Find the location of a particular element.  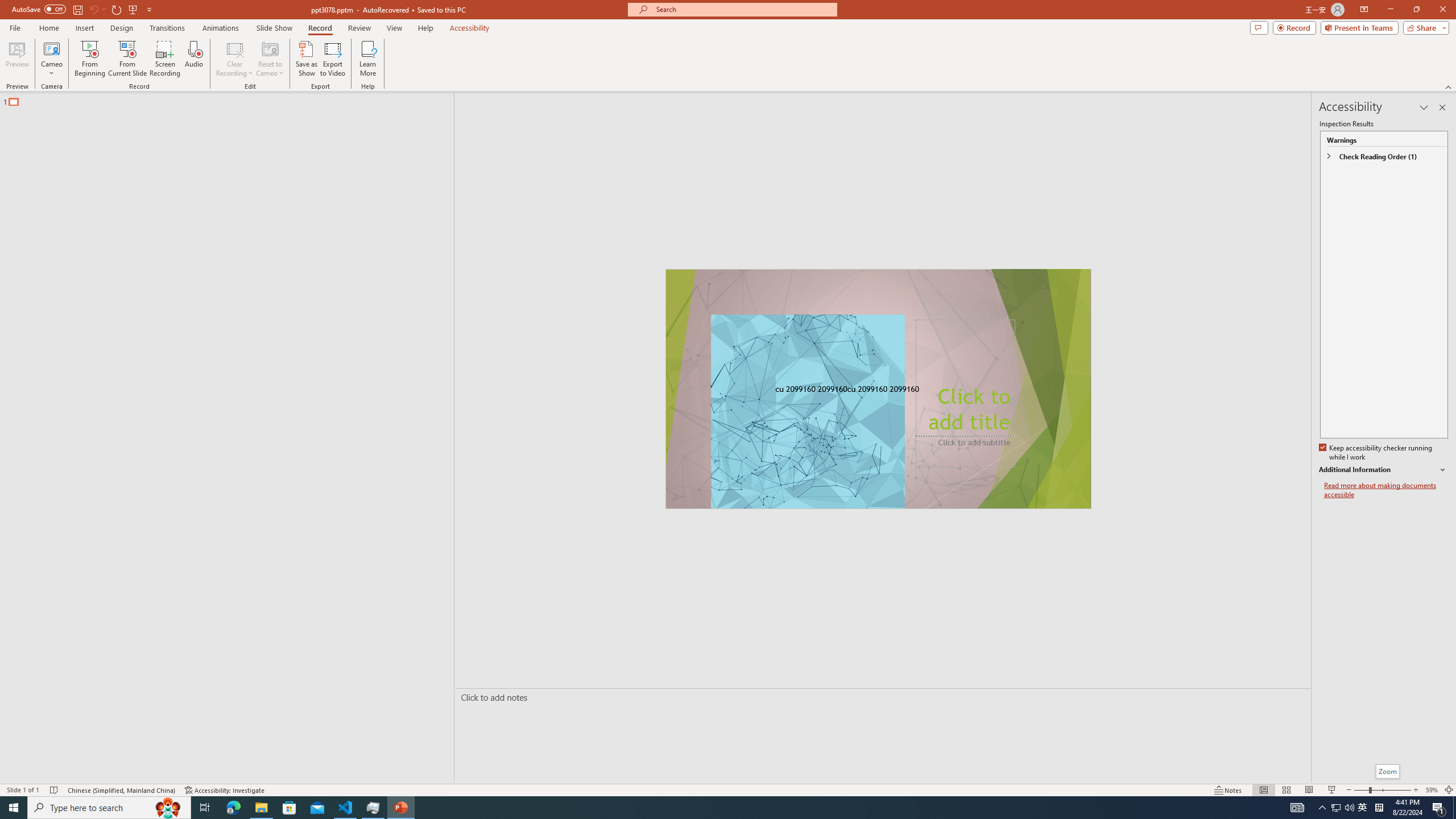

'Zoom 59%' is located at coordinates (1431, 790).